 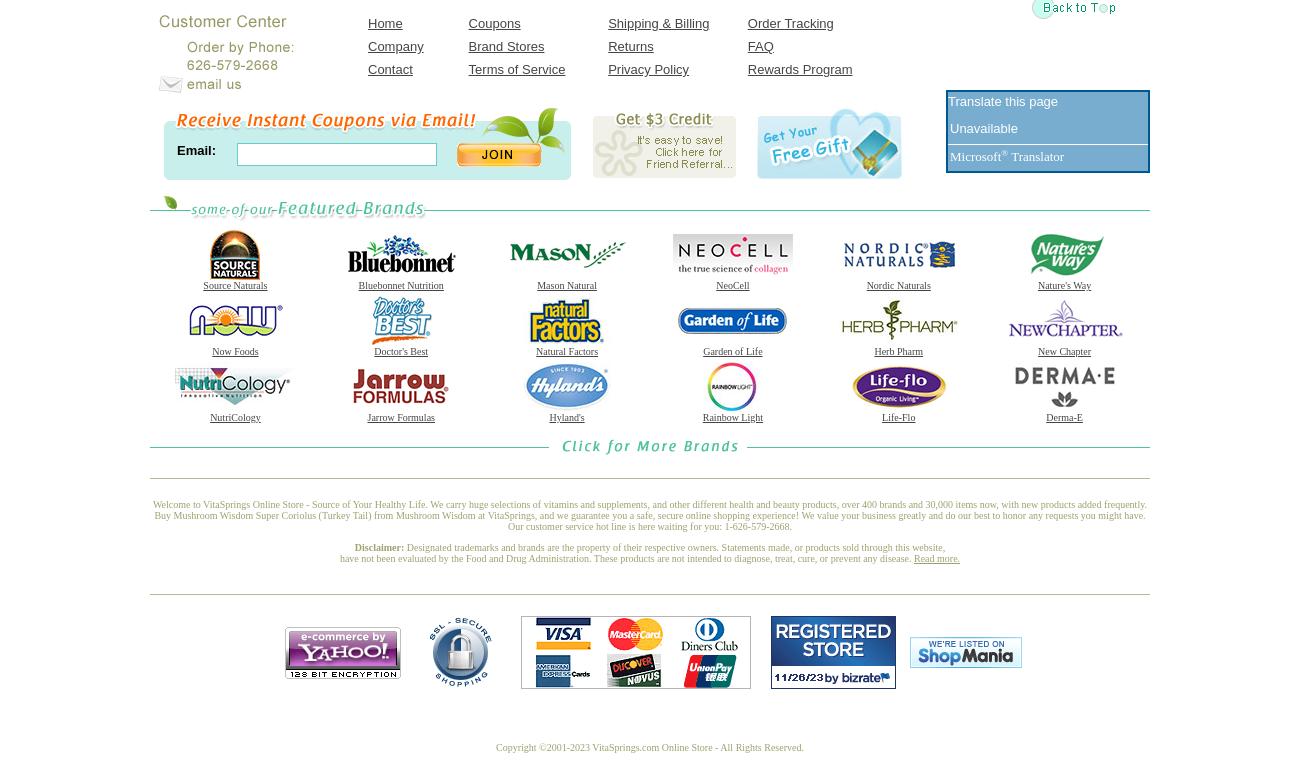 What do you see at coordinates (400, 417) in the screenshot?
I see `'Jarrow Formulas'` at bounding box center [400, 417].